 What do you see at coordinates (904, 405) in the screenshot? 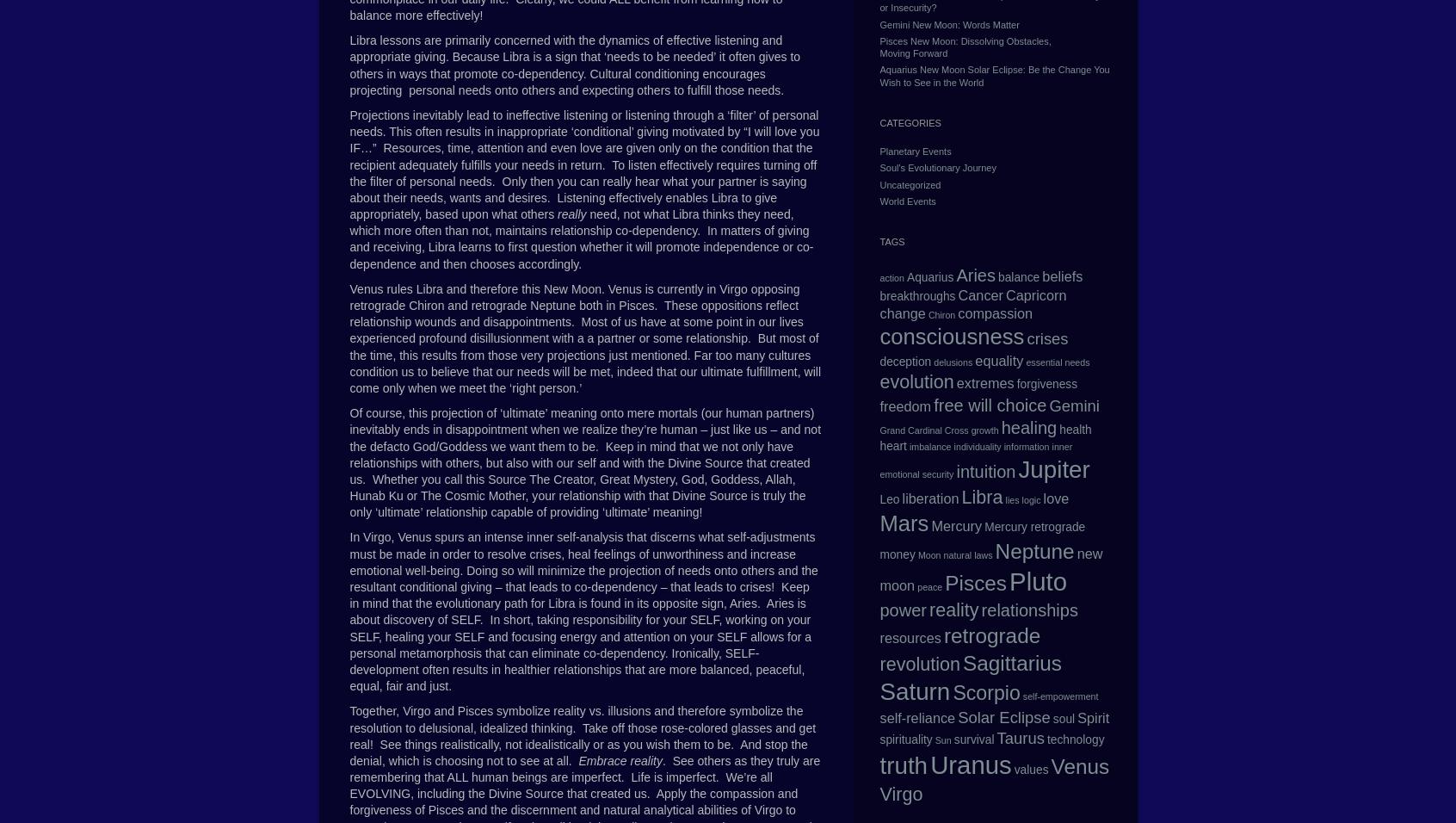
I see `'freedom'` at bounding box center [904, 405].